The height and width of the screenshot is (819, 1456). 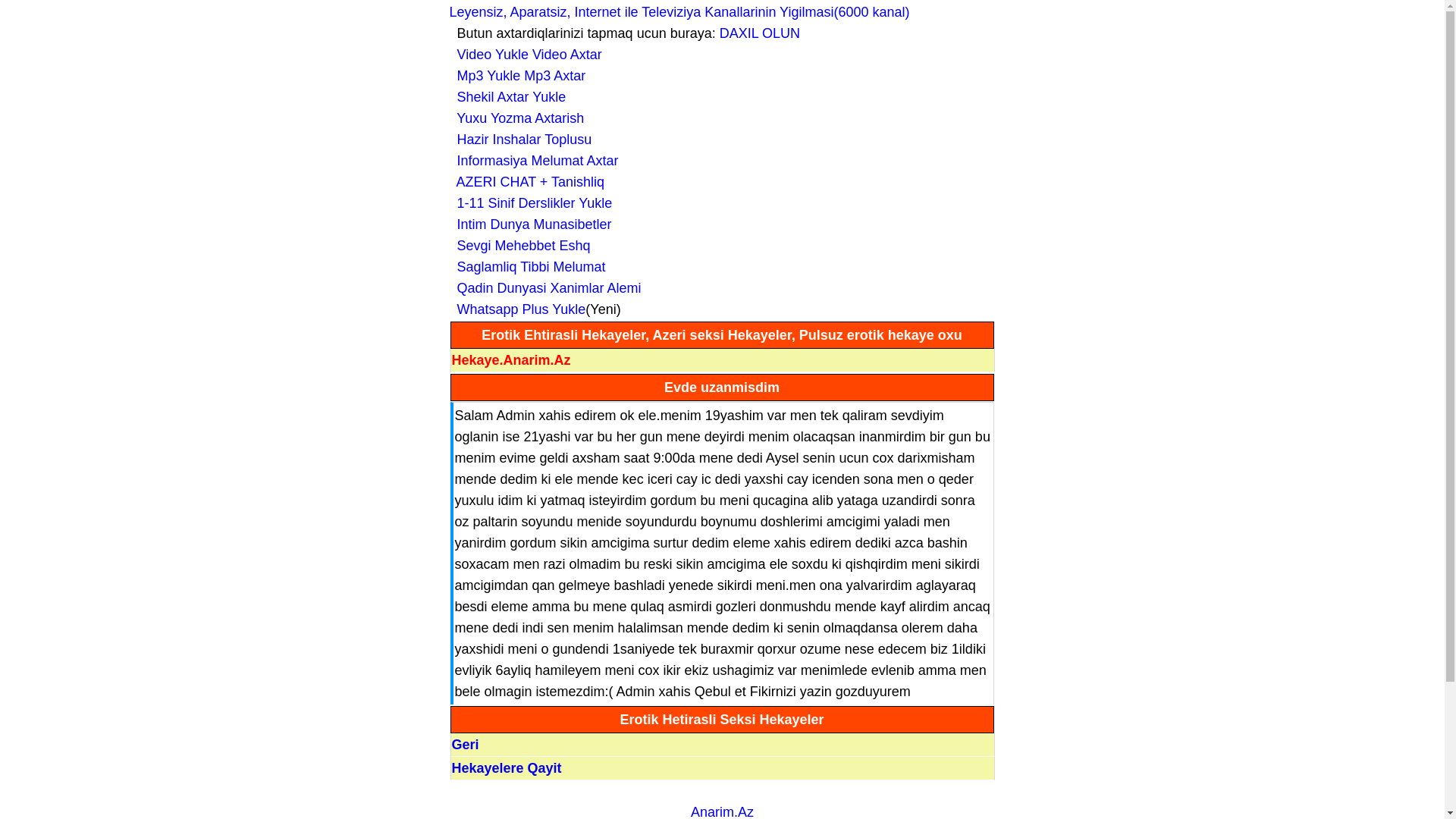 What do you see at coordinates (511, 359) in the screenshot?
I see `'Hekaye.Anarim.Az'` at bounding box center [511, 359].